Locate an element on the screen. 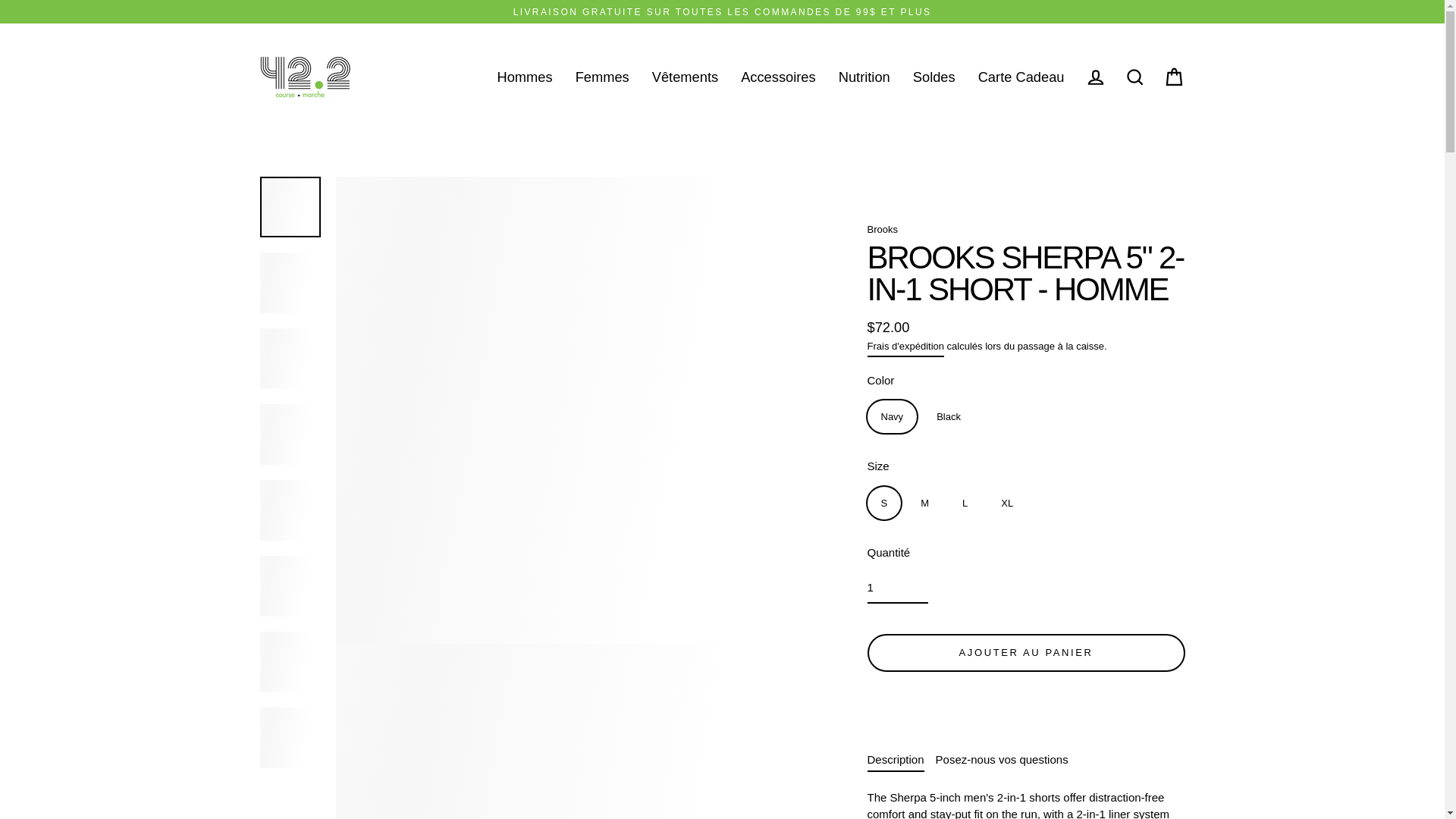 The height and width of the screenshot is (819, 1456). 'Panier' is located at coordinates (1173, 77).